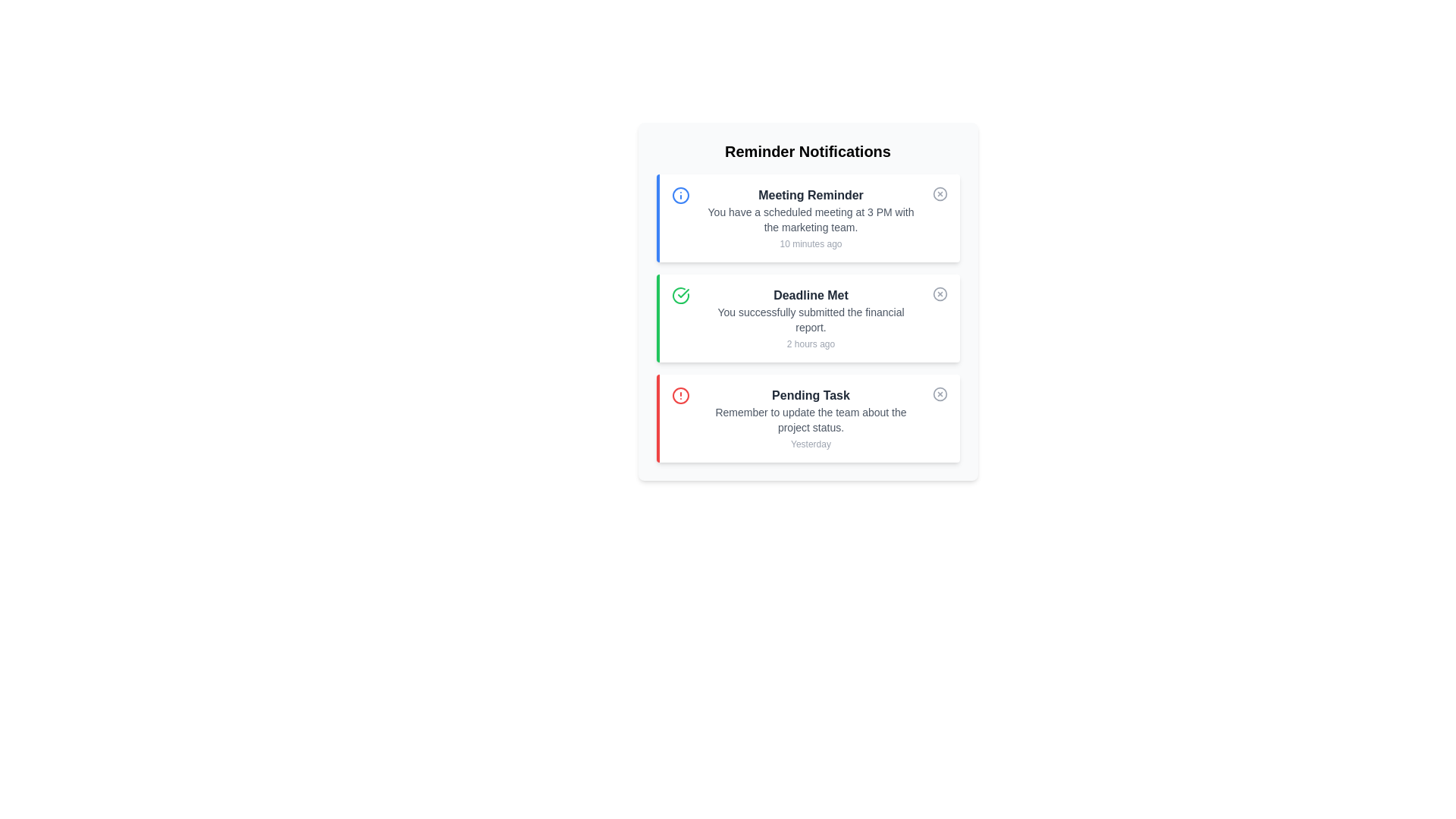  Describe the element at coordinates (810, 318) in the screenshot. I see `the text element displaying 'You successfully submitted the financial report.' which is located beneath the 'Deadline Met' heading in the notification panel` at that location.